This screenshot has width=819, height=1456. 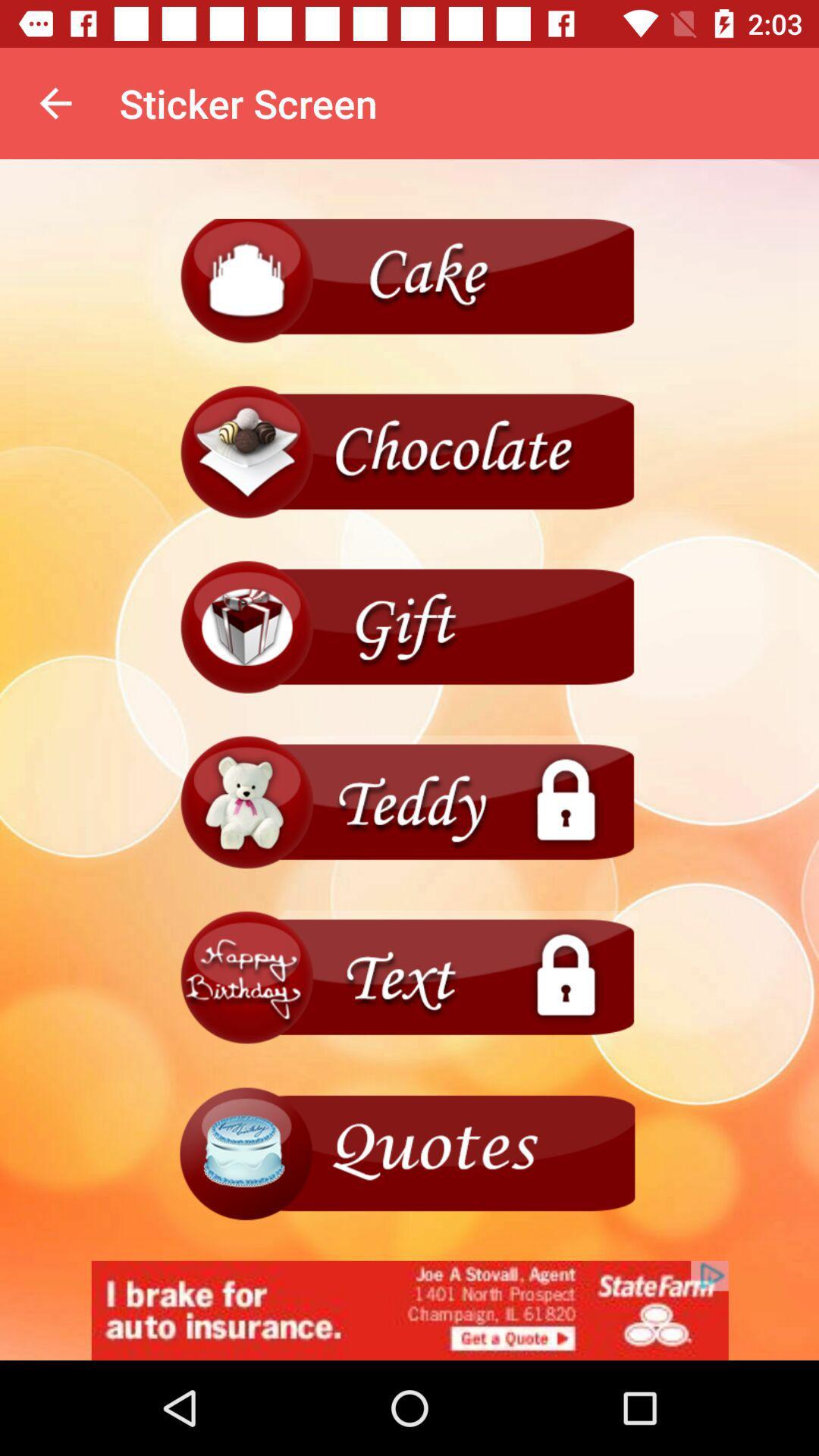 I want to click on advertisement page, so click(x=409, y=1310).